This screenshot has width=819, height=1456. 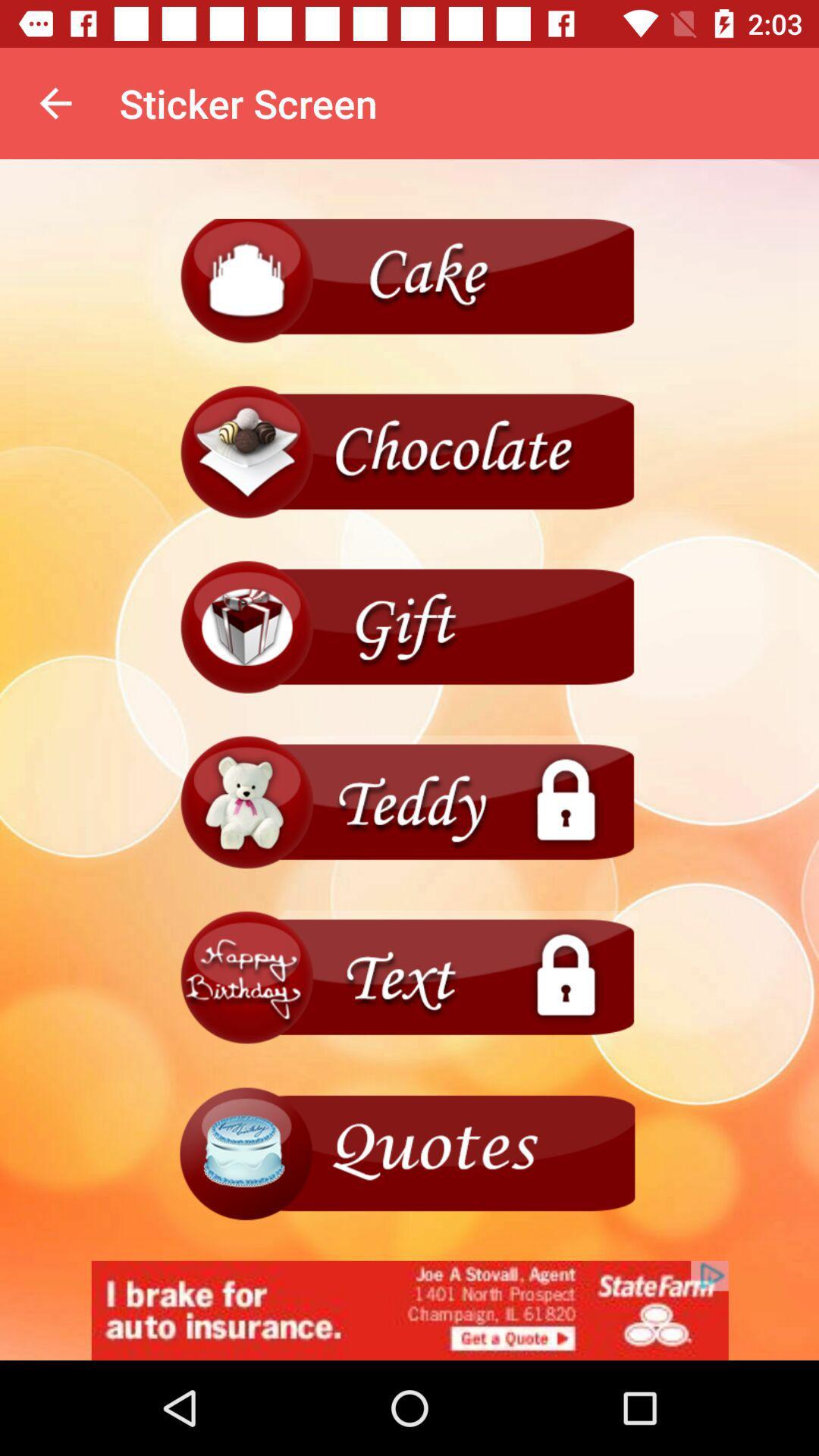 I want to click on advertisement page, so click(x=409, y=1310).